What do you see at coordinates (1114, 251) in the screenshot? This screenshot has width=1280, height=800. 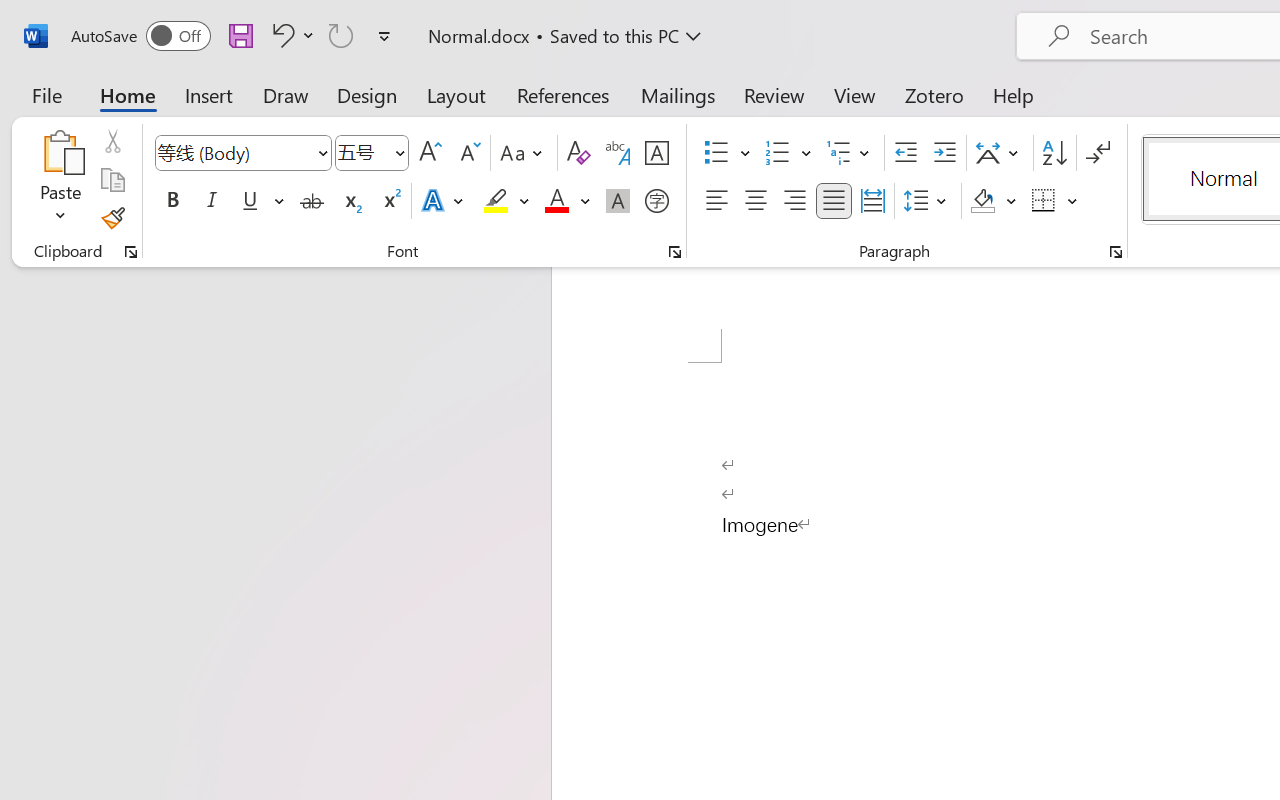 I see `'Paragraph...'` at bounding box center [1114, 251].